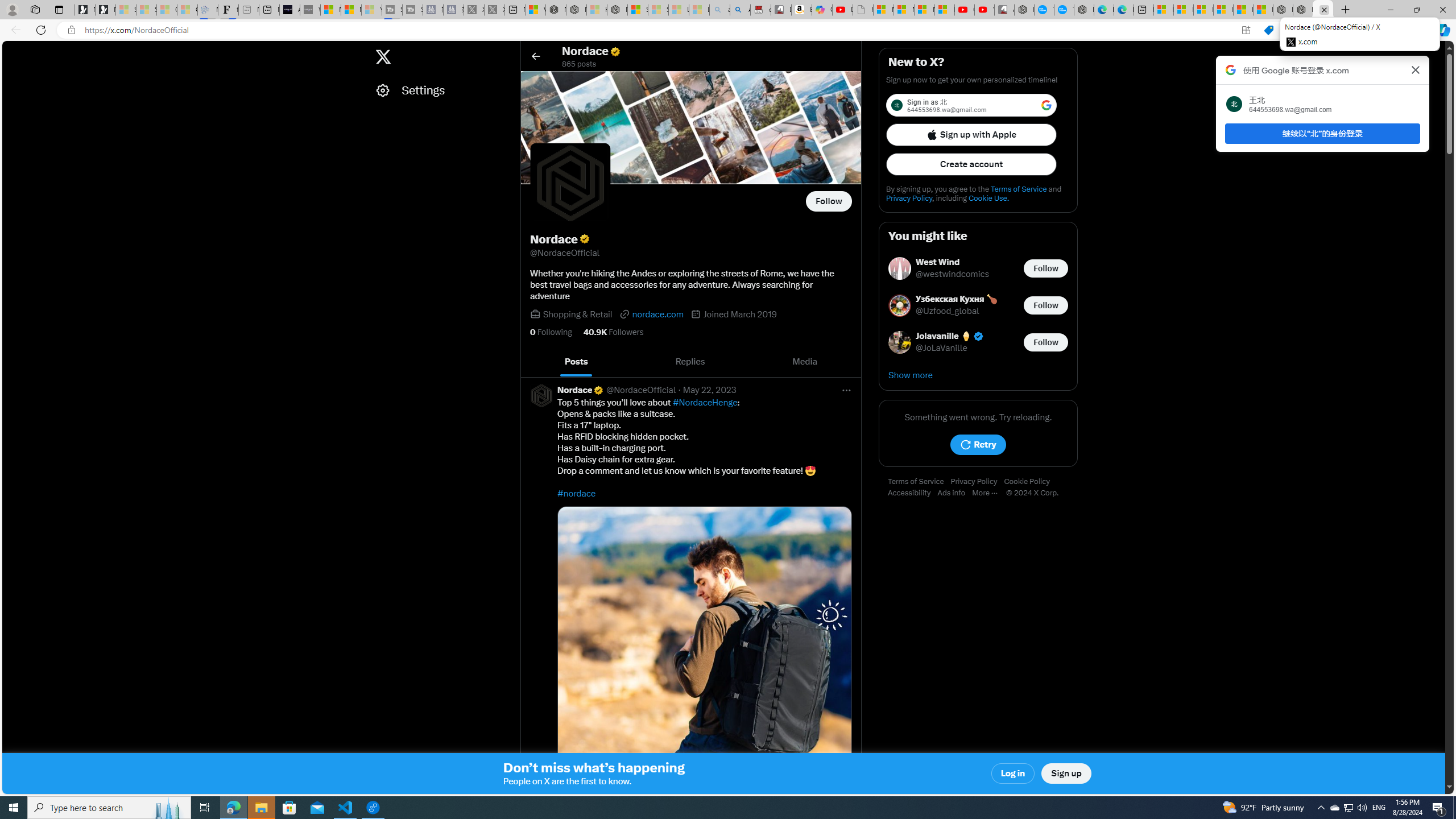 The image size is (1456, 819). Describe the element at coordinates (1045, 268) in the screenshot. I see `'Follow @westwindcomics'` at that location.